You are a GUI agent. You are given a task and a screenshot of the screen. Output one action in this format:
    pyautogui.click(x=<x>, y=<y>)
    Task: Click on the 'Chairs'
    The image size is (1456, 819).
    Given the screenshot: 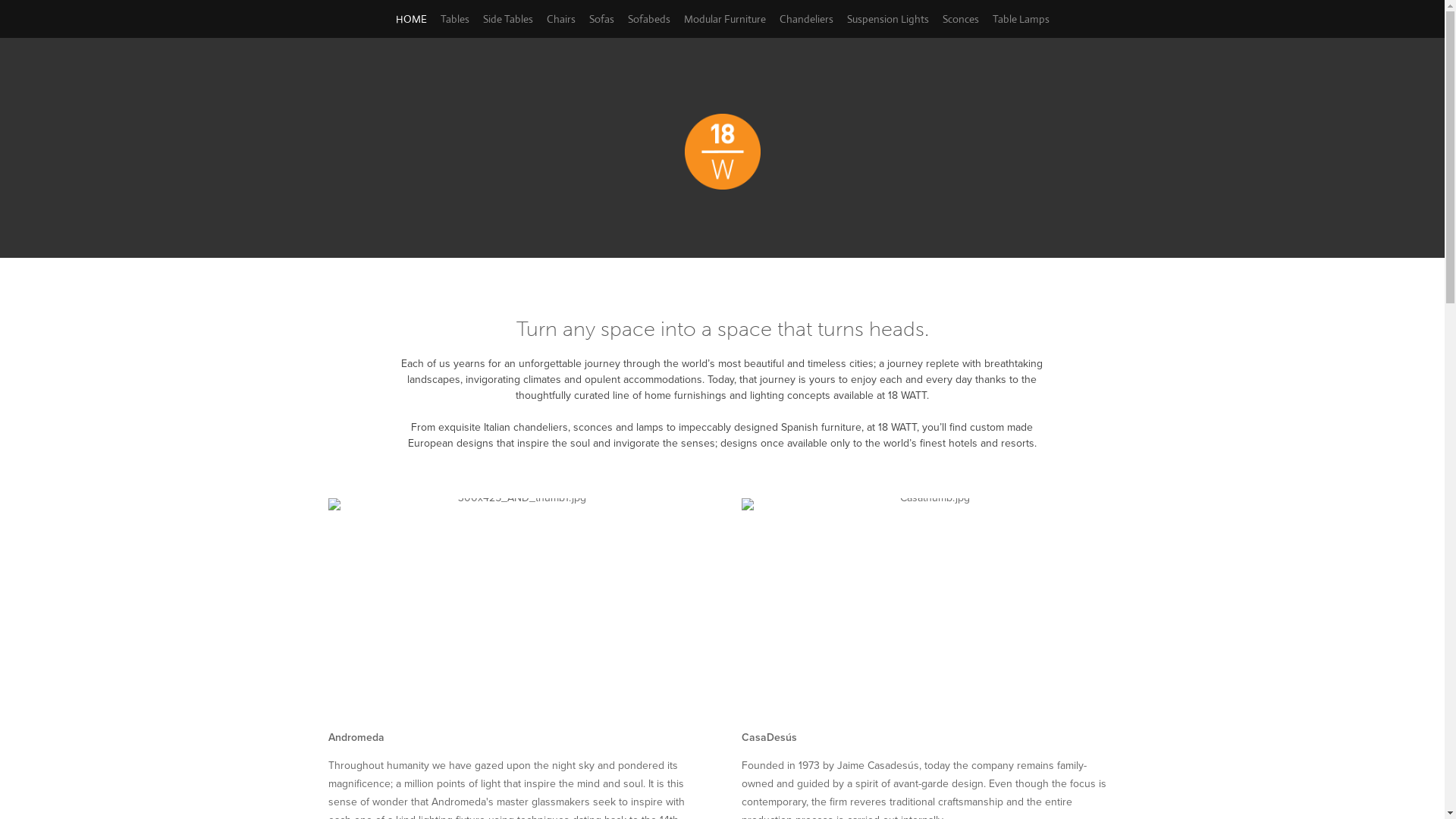 What is the action you would take?
    pyautogui.click(x=560, y=18)
    